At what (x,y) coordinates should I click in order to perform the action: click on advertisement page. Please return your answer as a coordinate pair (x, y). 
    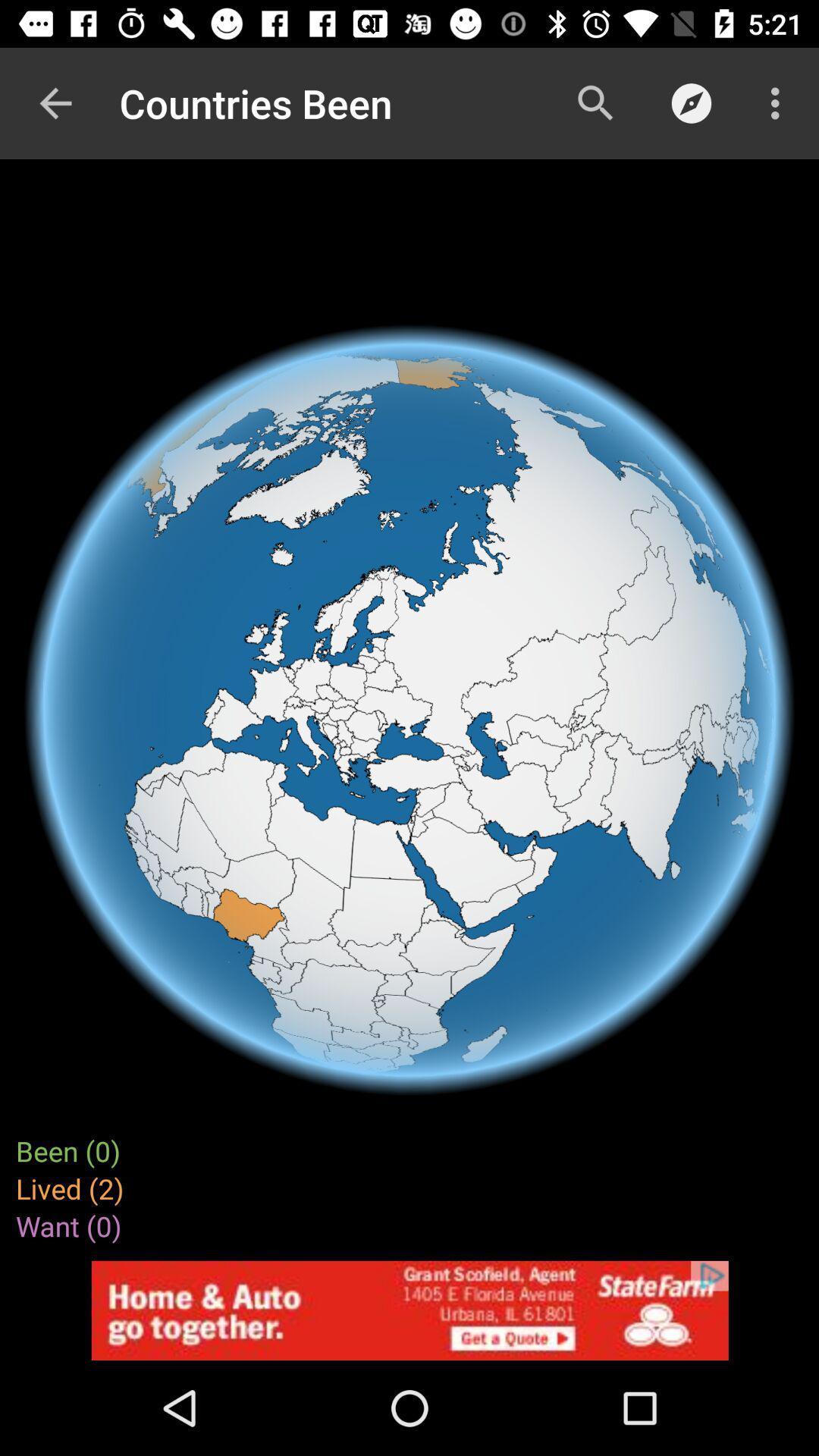
    Looking at the image, I should click on (409, 1310).